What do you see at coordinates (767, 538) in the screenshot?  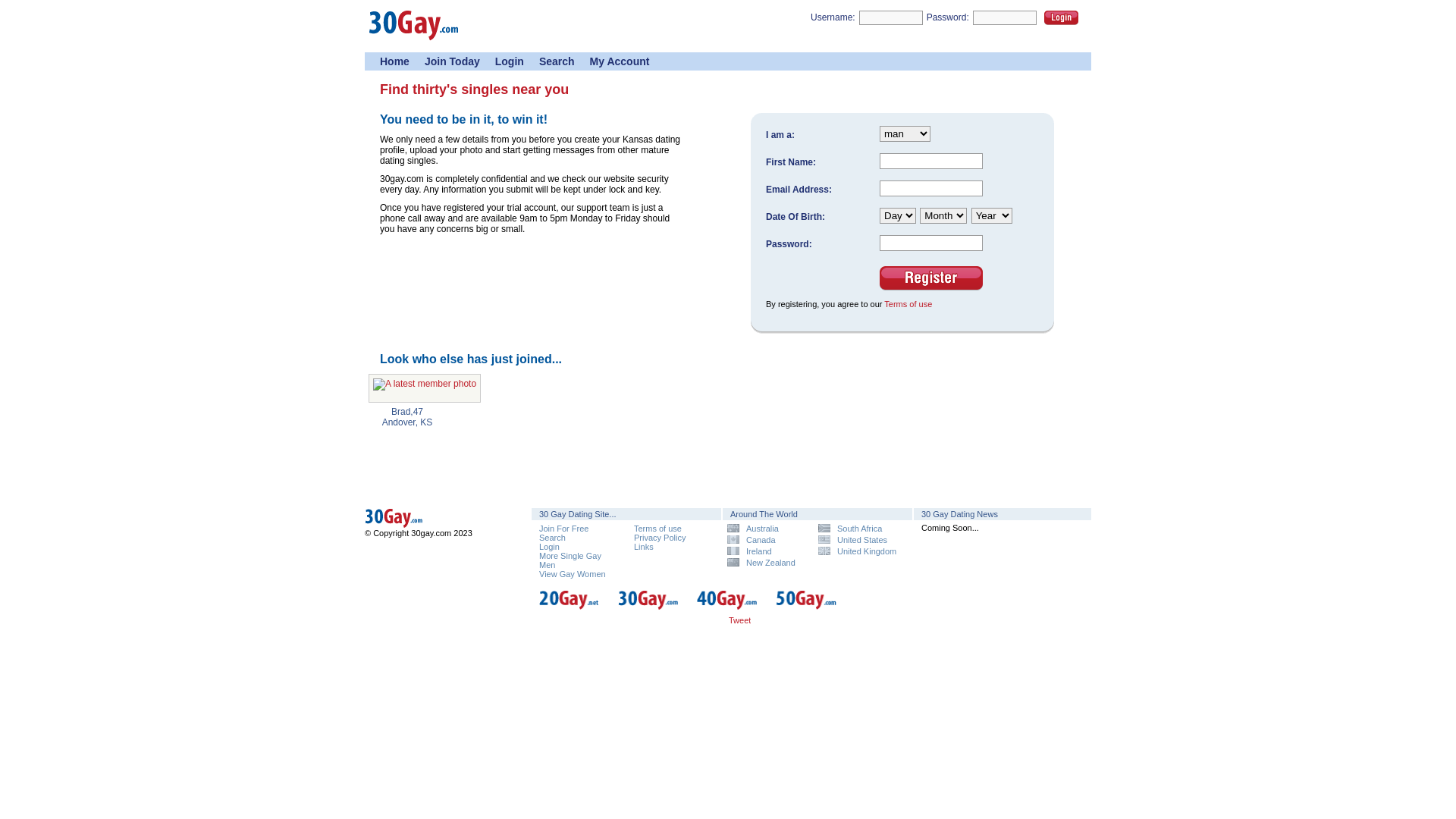 I see `'Canada'` at bounding box center [767, 538].